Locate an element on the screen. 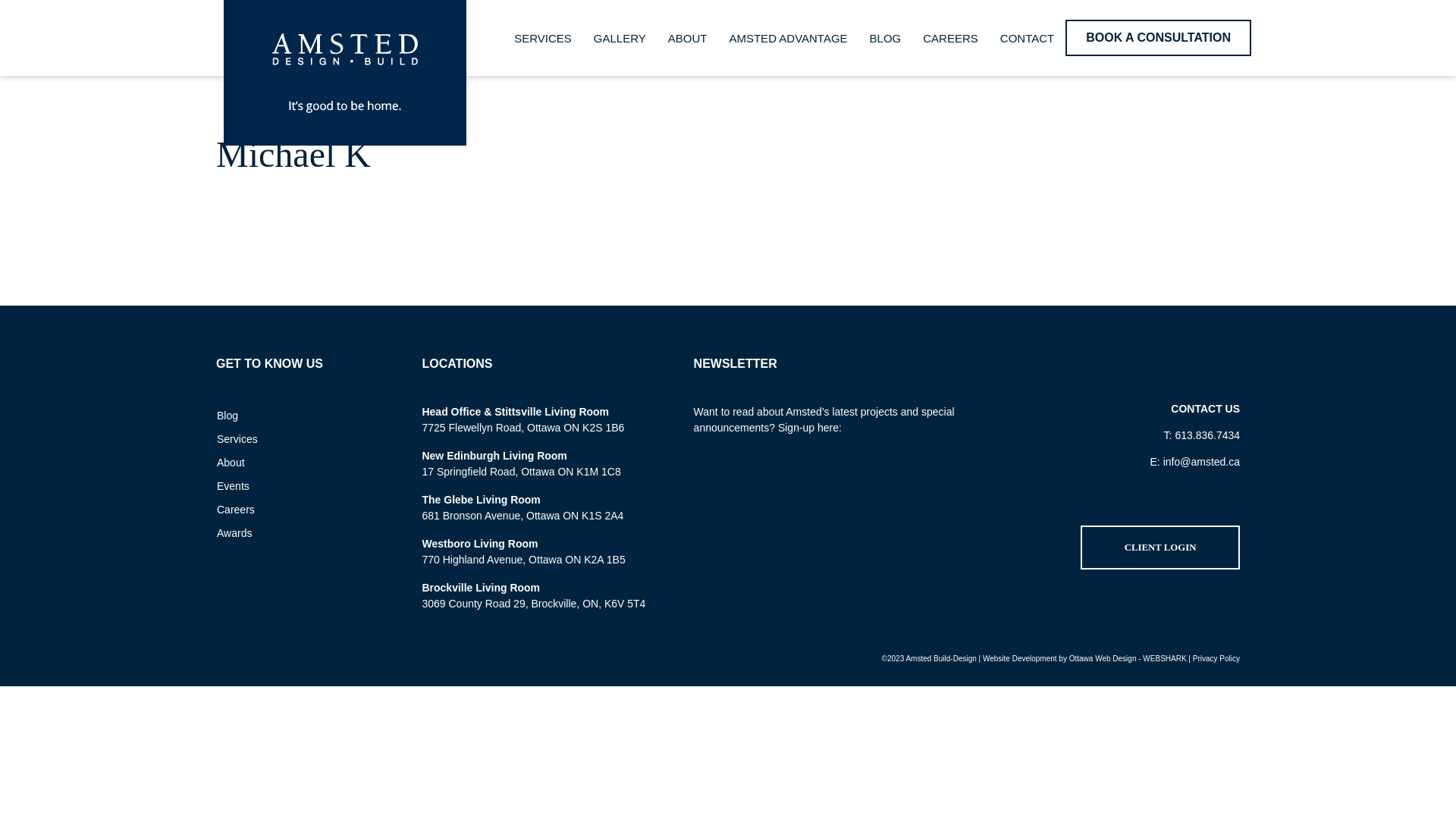  'New Edinburgh Living Room' is located at coordinates (494, 455).